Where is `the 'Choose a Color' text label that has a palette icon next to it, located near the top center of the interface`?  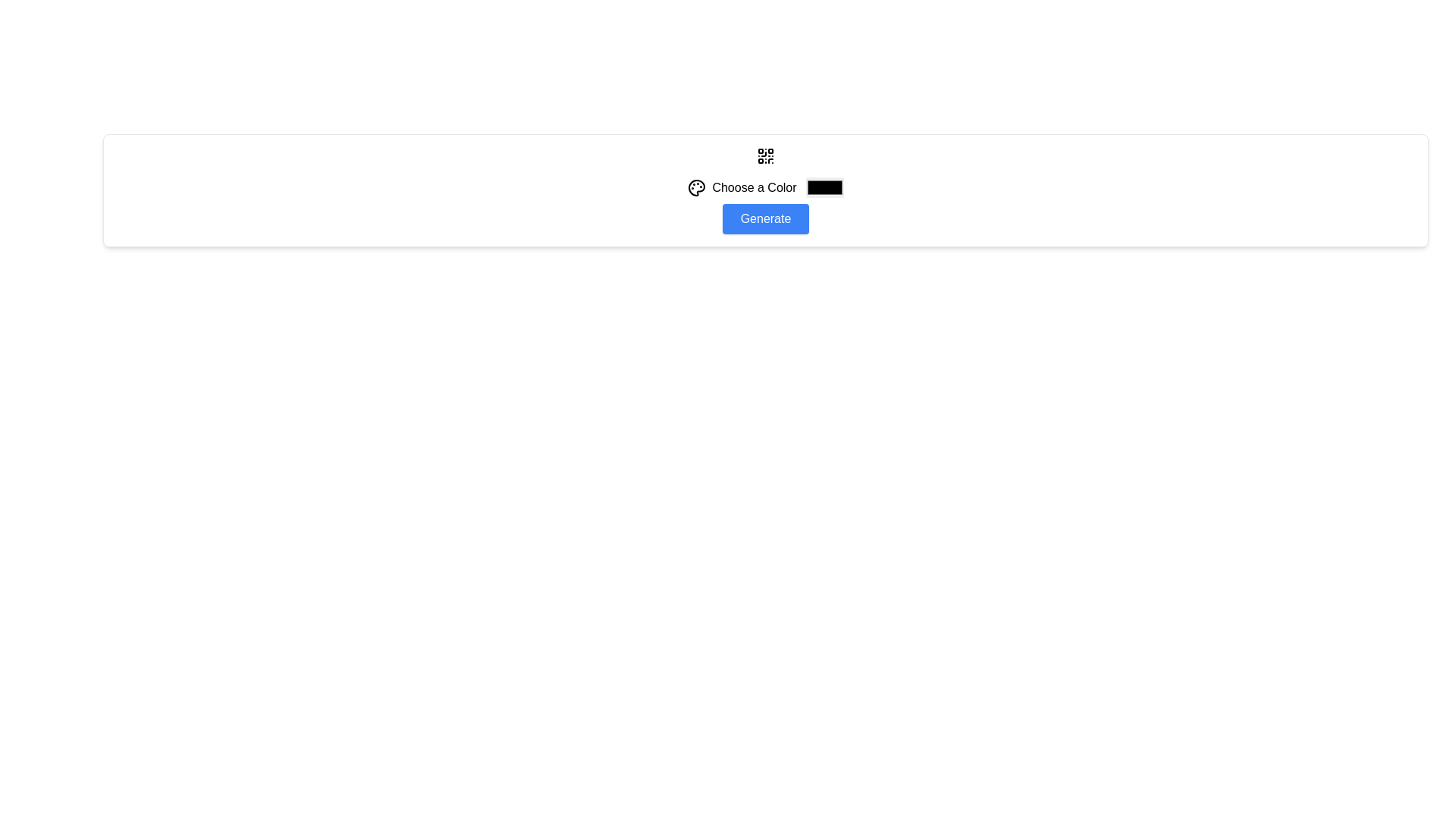 the 'Choose a Color' text label that has a palette icon next to it, located near the top center of the interface is located at coordinates (742, 187).